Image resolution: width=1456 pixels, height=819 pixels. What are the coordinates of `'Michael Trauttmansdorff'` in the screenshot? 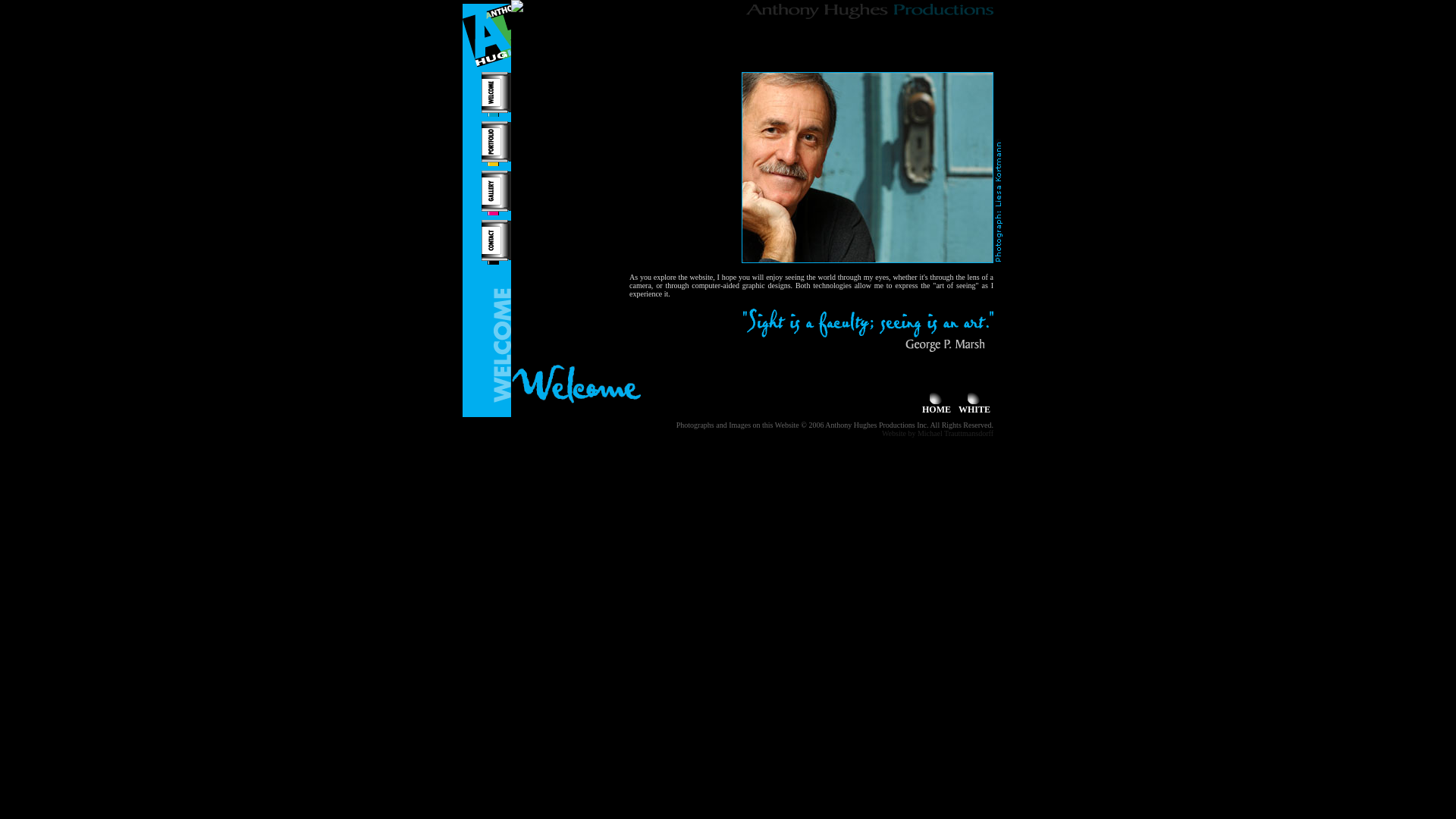 It's located at (954, 433).